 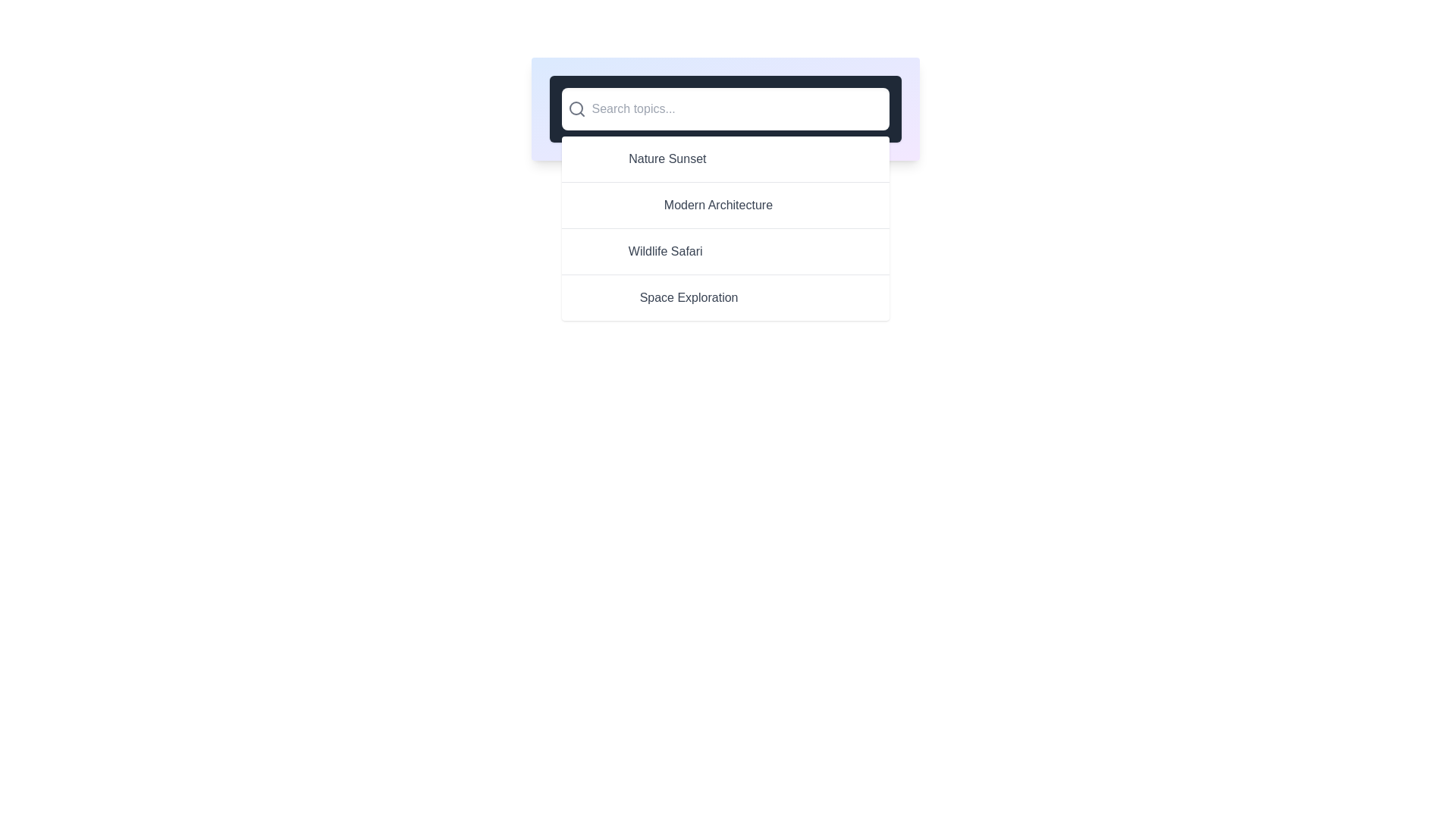 What do you see at coordinates (724, 228) in the screenshot?
I see `the dropdown menu located directly beneath the 'Search topics...' bar` at bounding box center [724, 228].